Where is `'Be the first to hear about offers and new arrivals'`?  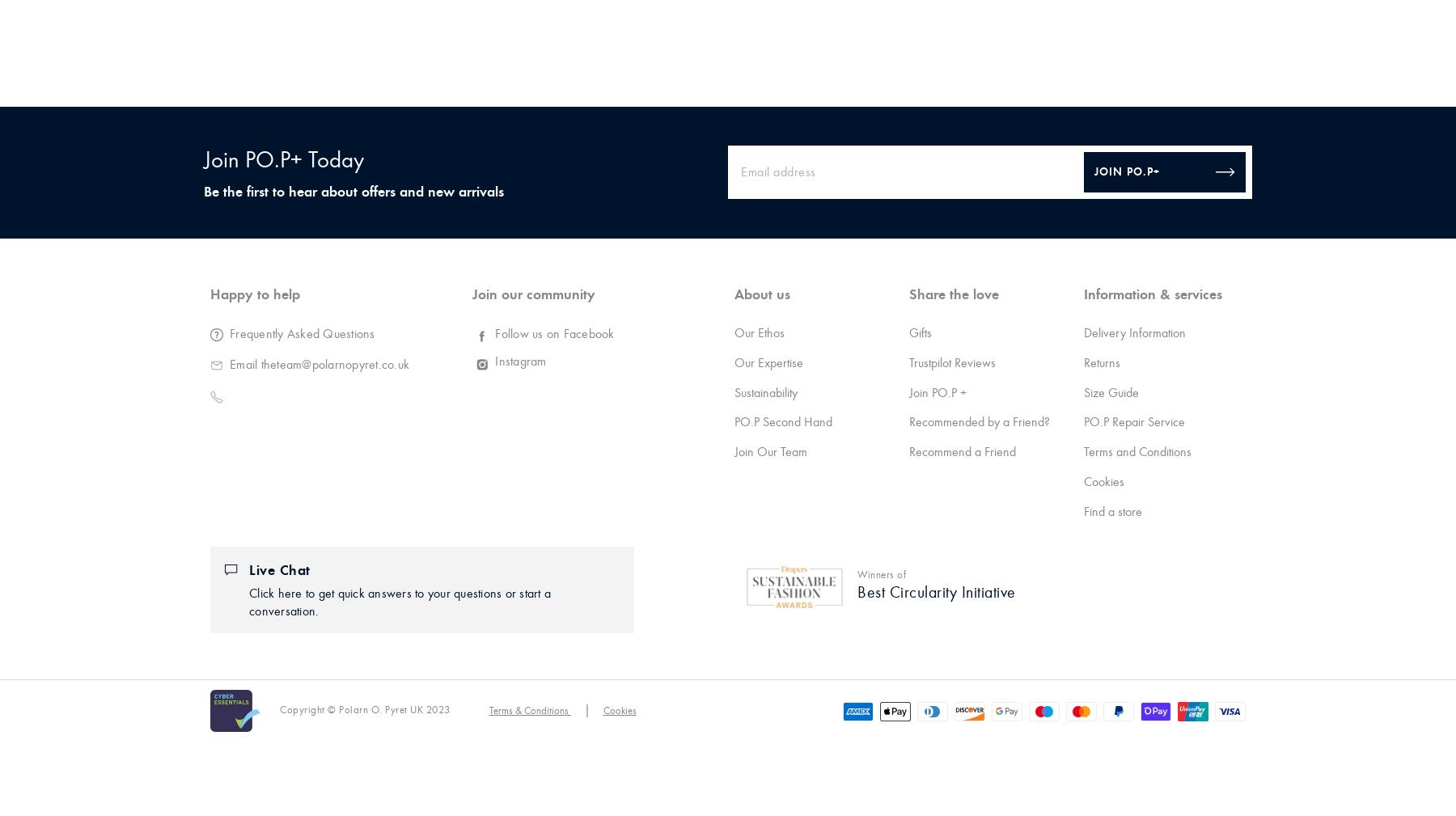
'Be the first to hear about offers and new arrivals' is located at coordinates (353, 190).